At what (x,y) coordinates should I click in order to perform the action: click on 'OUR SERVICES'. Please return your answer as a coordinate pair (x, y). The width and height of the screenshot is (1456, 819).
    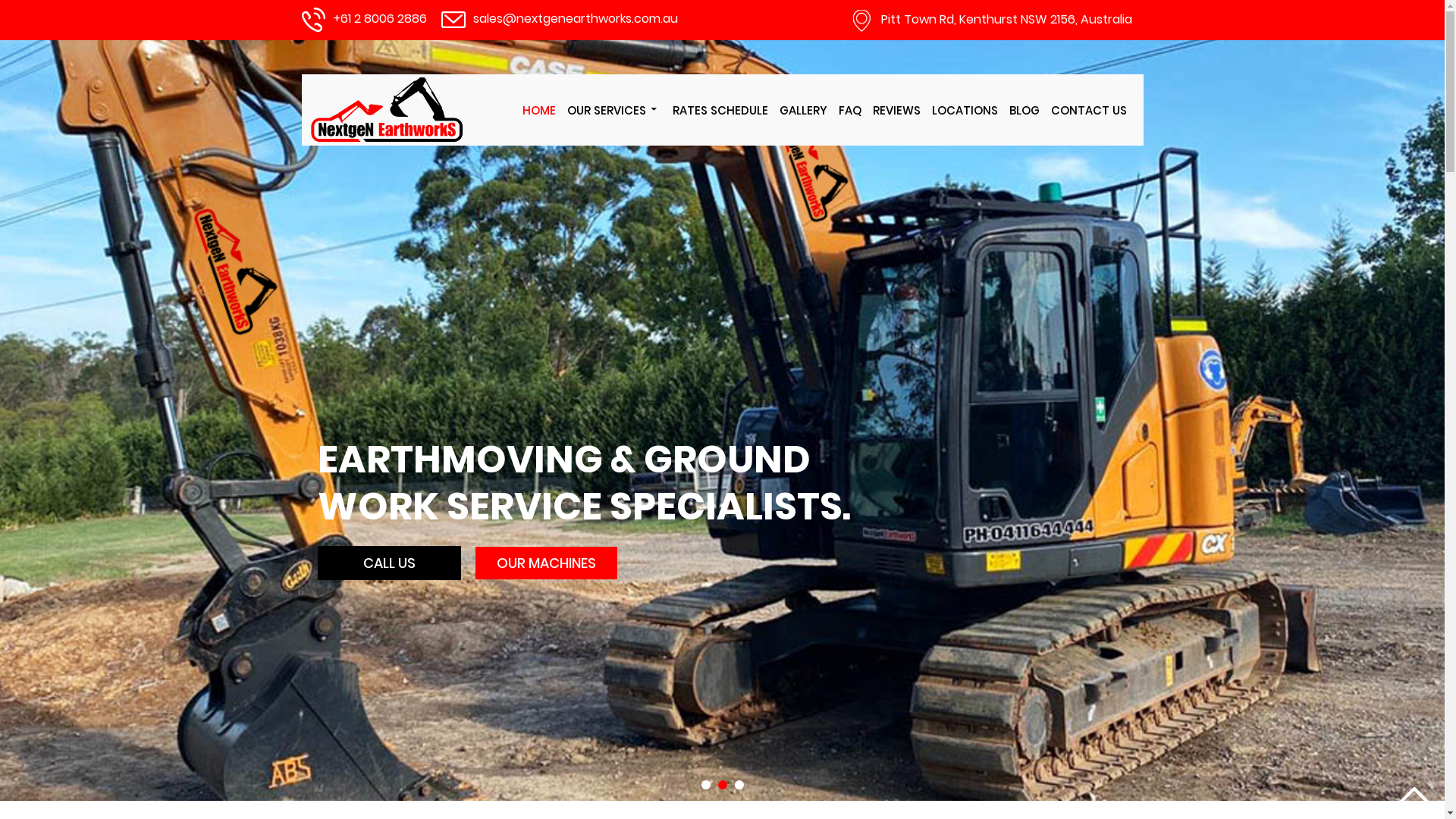
    Looking at the image, I should click on (614, 109).